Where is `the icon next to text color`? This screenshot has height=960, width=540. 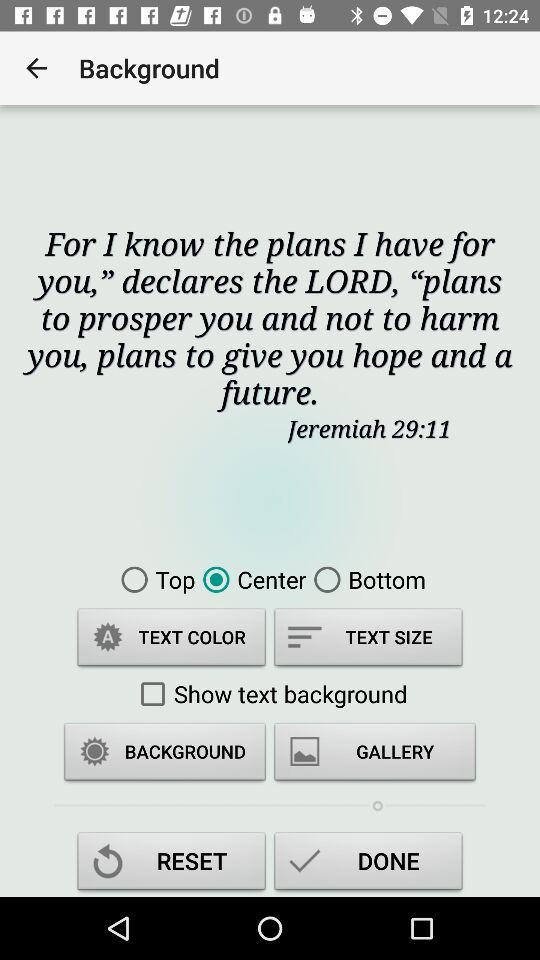
the icon next to text color is located at coordinates (367, 639).